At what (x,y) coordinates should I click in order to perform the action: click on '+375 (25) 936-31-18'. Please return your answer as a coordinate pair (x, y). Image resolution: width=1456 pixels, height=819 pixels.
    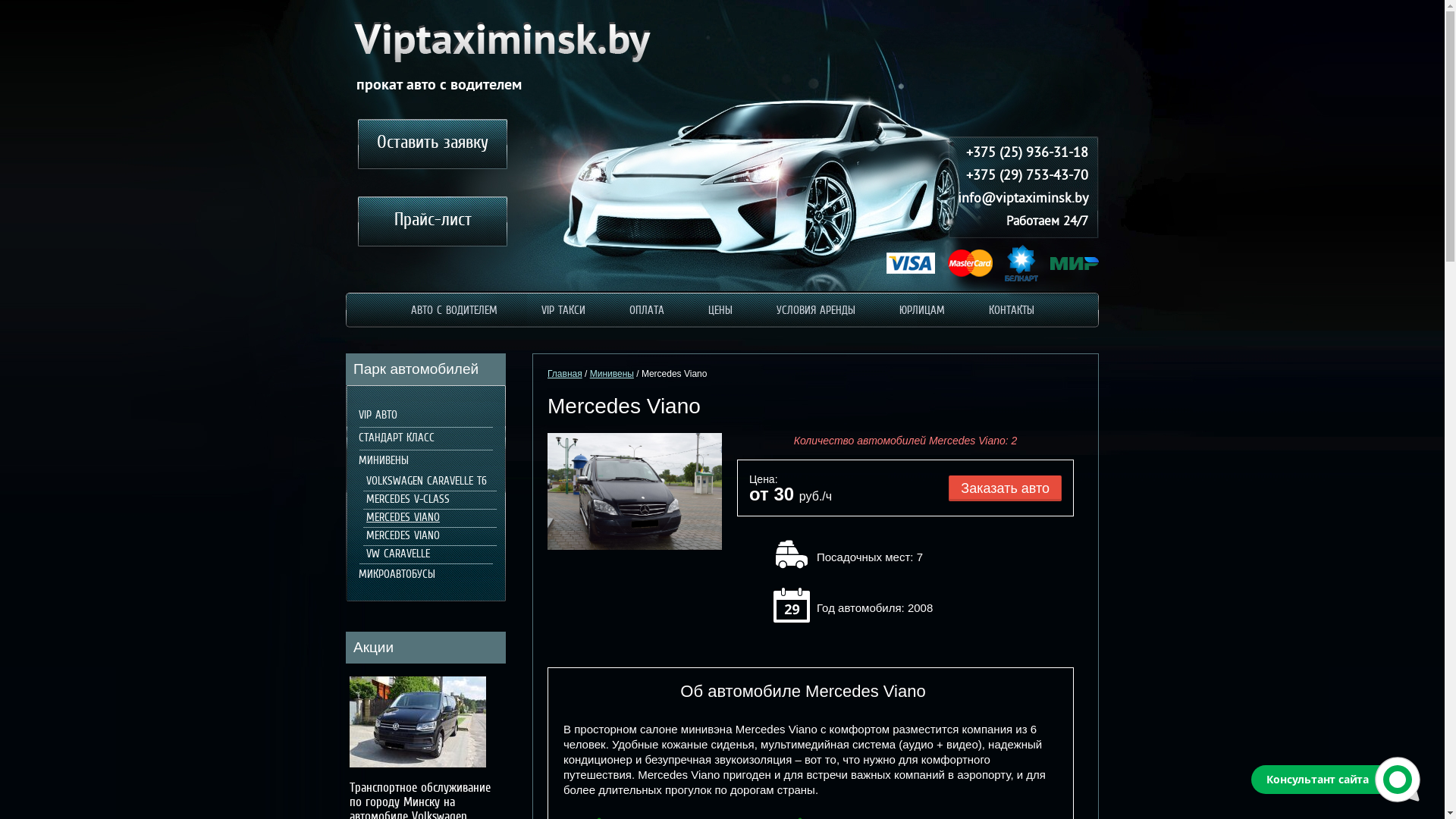
    Looking at the image, I should click on (1018, 154).